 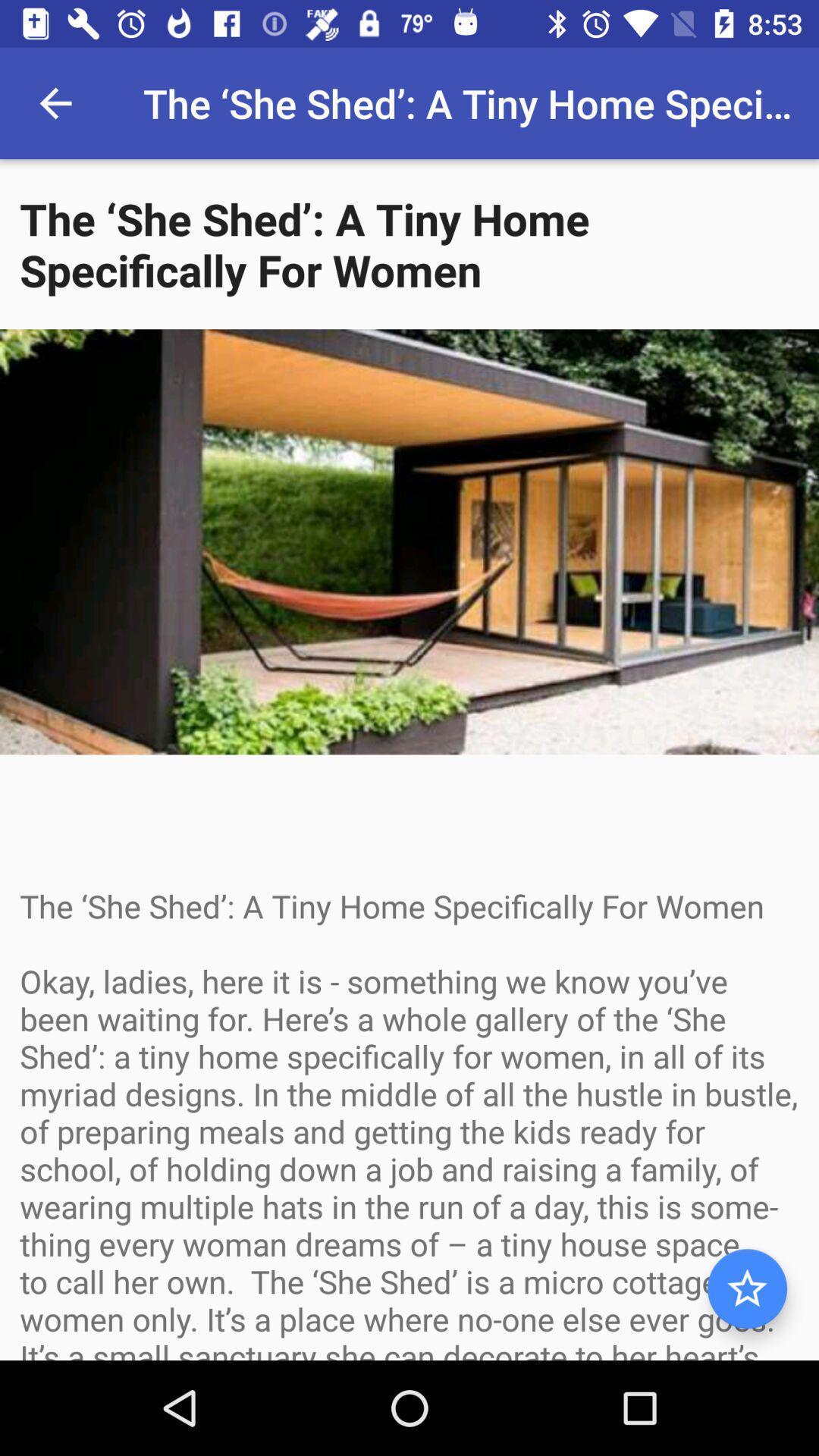 What do you see at coordinates (55, 102) in the screenshot?
I see `icon to the left of the she shed` at bounding box center [55, 102].